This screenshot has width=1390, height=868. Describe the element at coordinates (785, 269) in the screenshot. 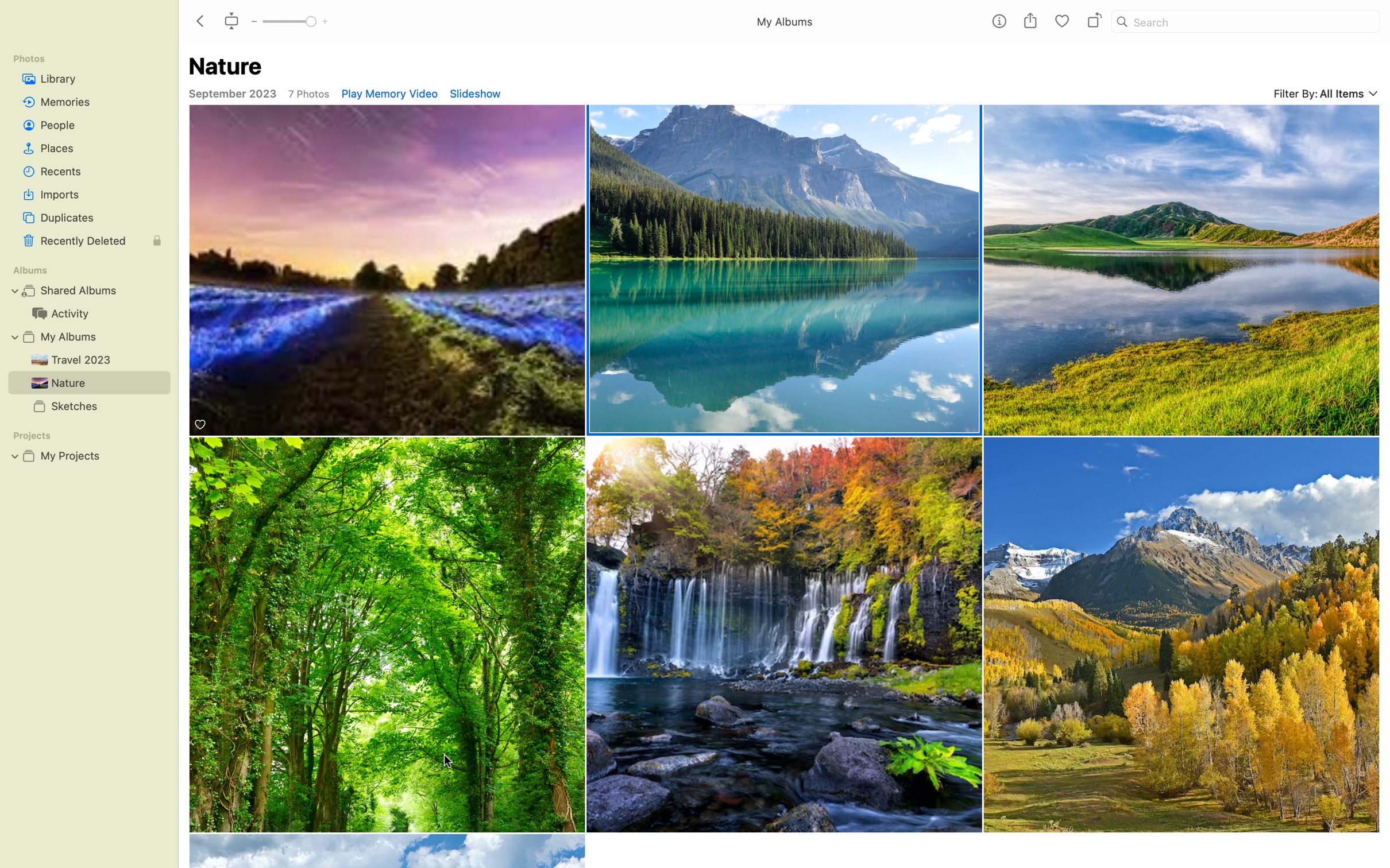

I see `From the provided options, select "Nature"` at that location.